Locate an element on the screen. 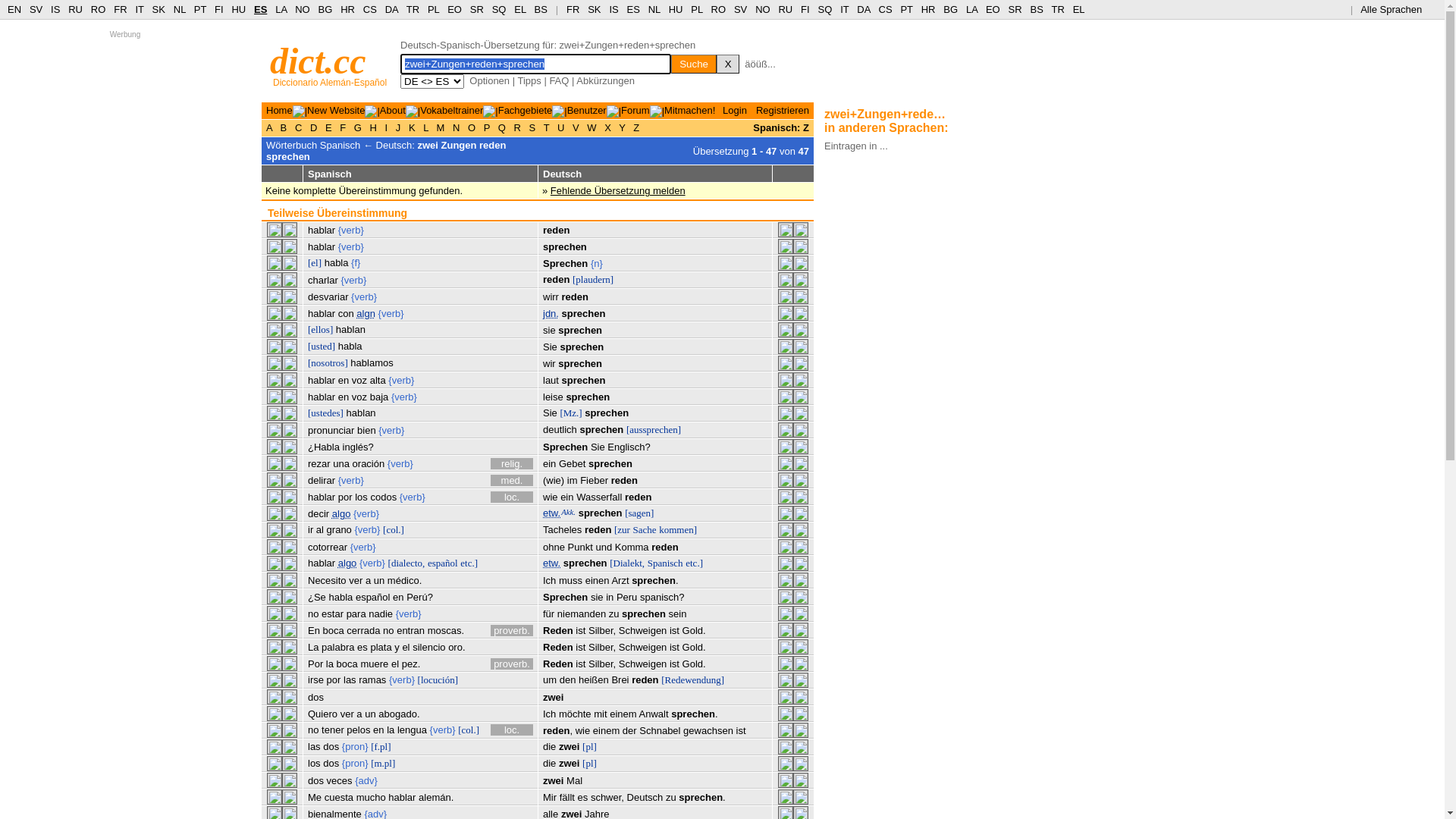 The width and height of the screenshot is (1456, 819). 'About' is located at coordinates (393, 109).